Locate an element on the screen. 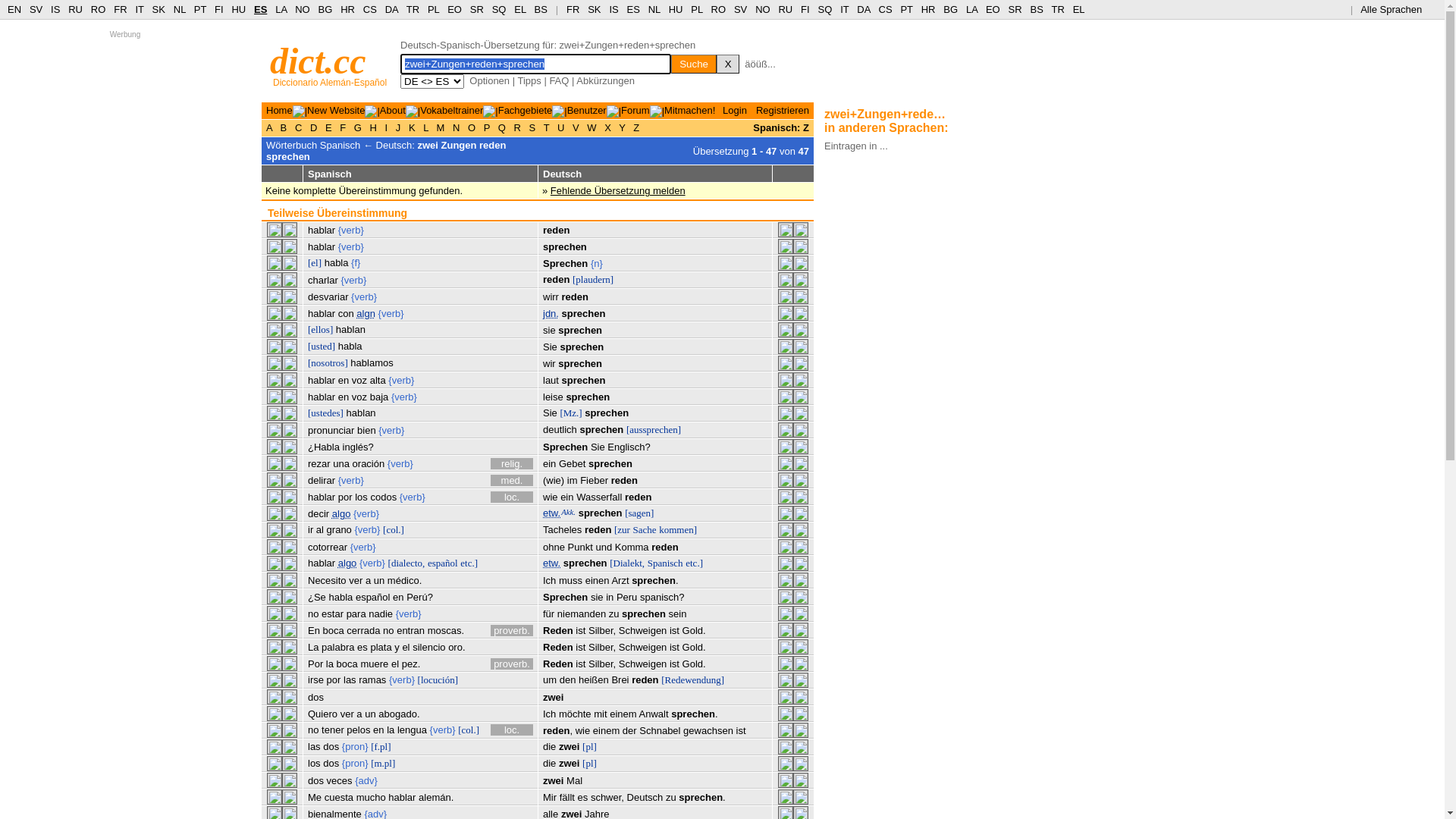 The width and height of the screenshot is (1456, 819). 'About' is located at coordinates (393, 109).